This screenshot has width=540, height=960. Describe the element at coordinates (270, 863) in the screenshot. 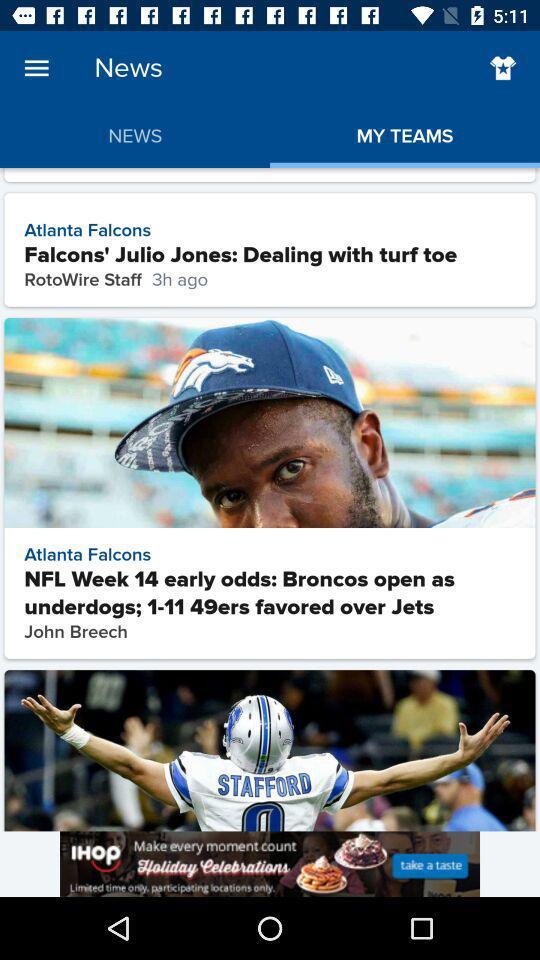

I see `advert` at that location.